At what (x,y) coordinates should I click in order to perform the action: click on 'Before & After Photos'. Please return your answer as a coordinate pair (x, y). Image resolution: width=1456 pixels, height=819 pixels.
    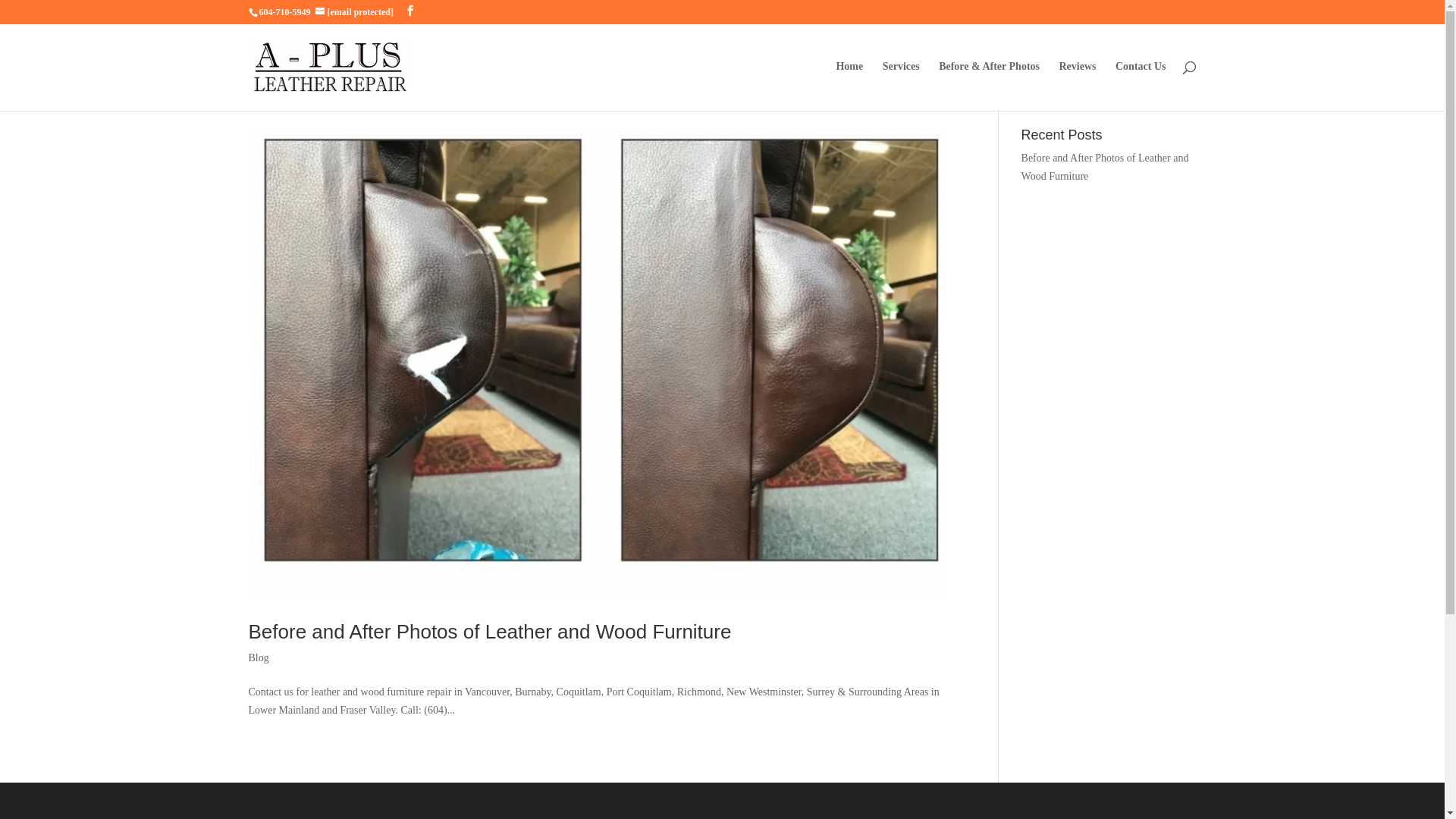
    Looking at the image, I should click on (989, 86).